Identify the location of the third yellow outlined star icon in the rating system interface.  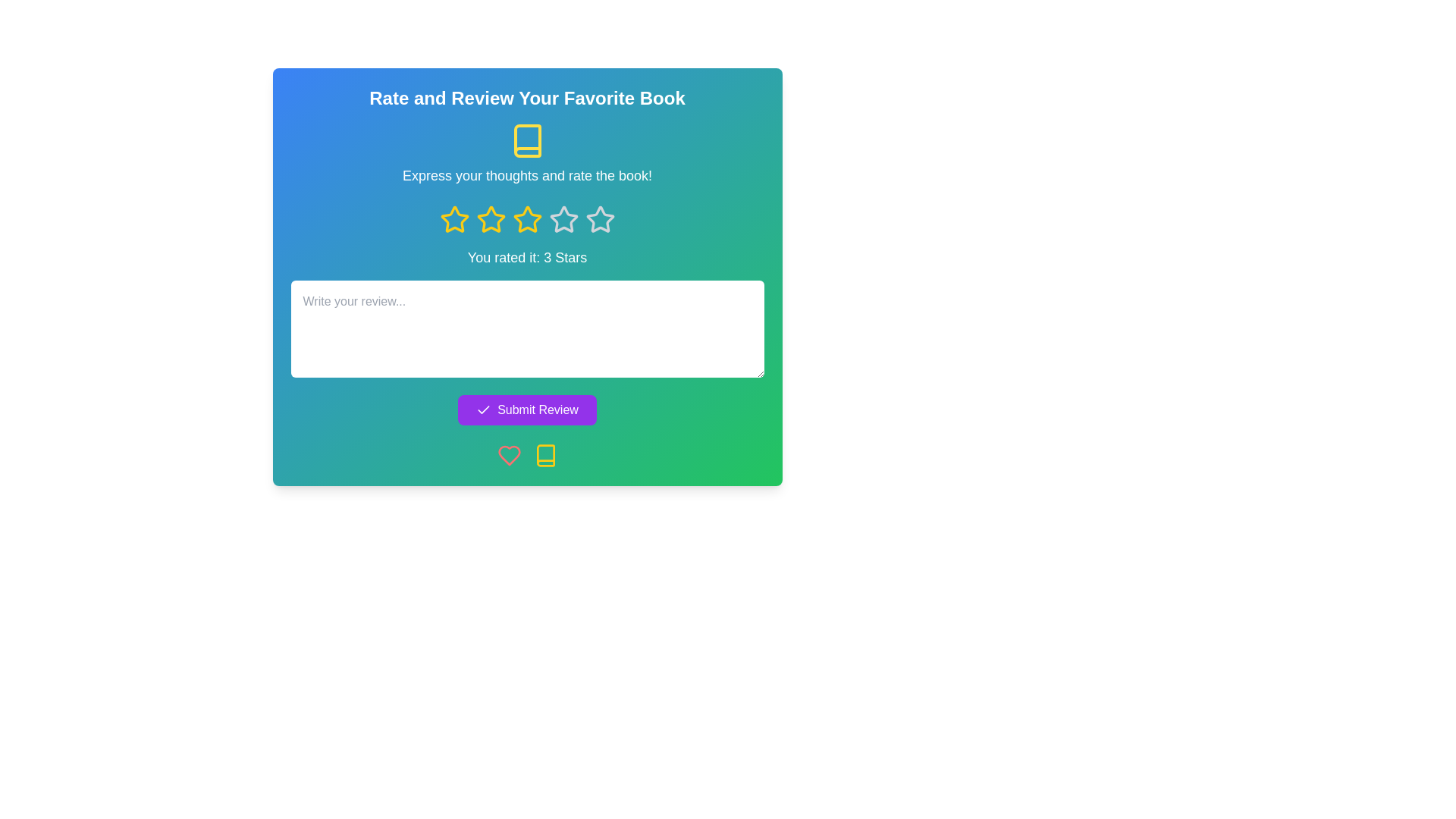
(491, 219).